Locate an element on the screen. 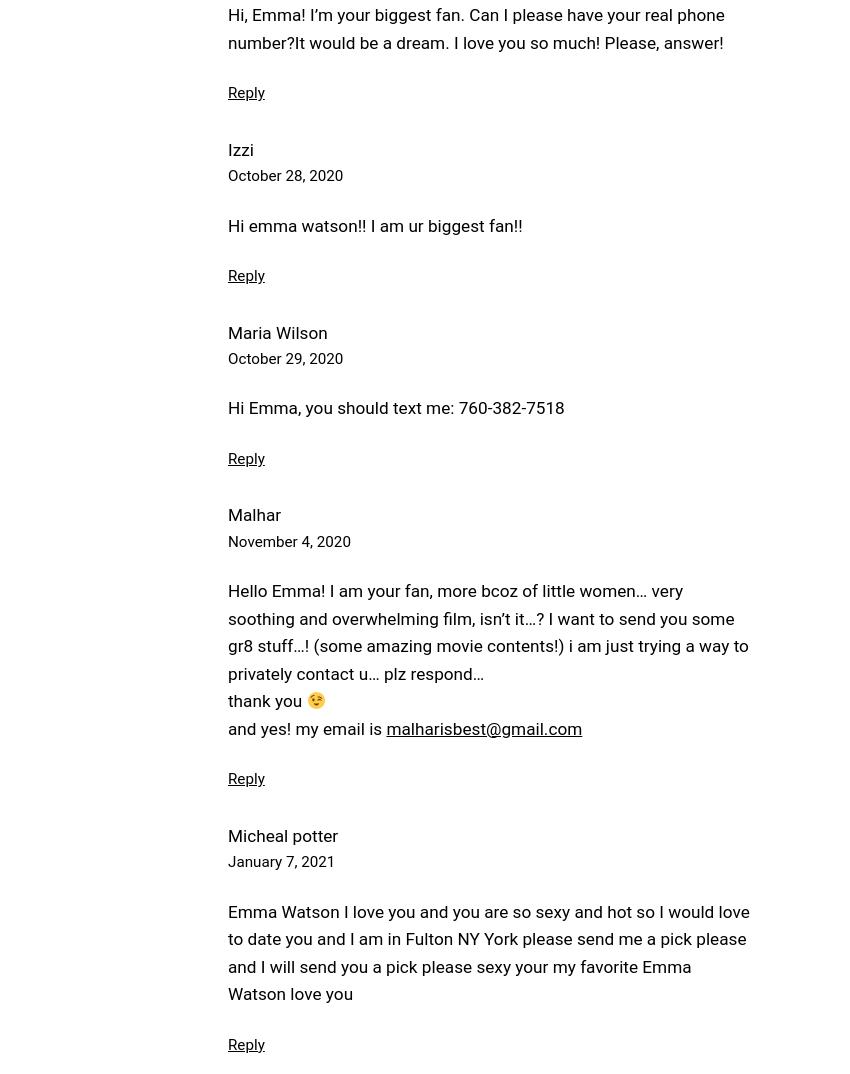 The height and width of the screenshot is (1074, 850). 'Hi, Emma! I’m your biggest fan. Can I please have your real phone number?It would be a dream.  I love you so much! Please, answer!' is located at coordinates (476, 27).